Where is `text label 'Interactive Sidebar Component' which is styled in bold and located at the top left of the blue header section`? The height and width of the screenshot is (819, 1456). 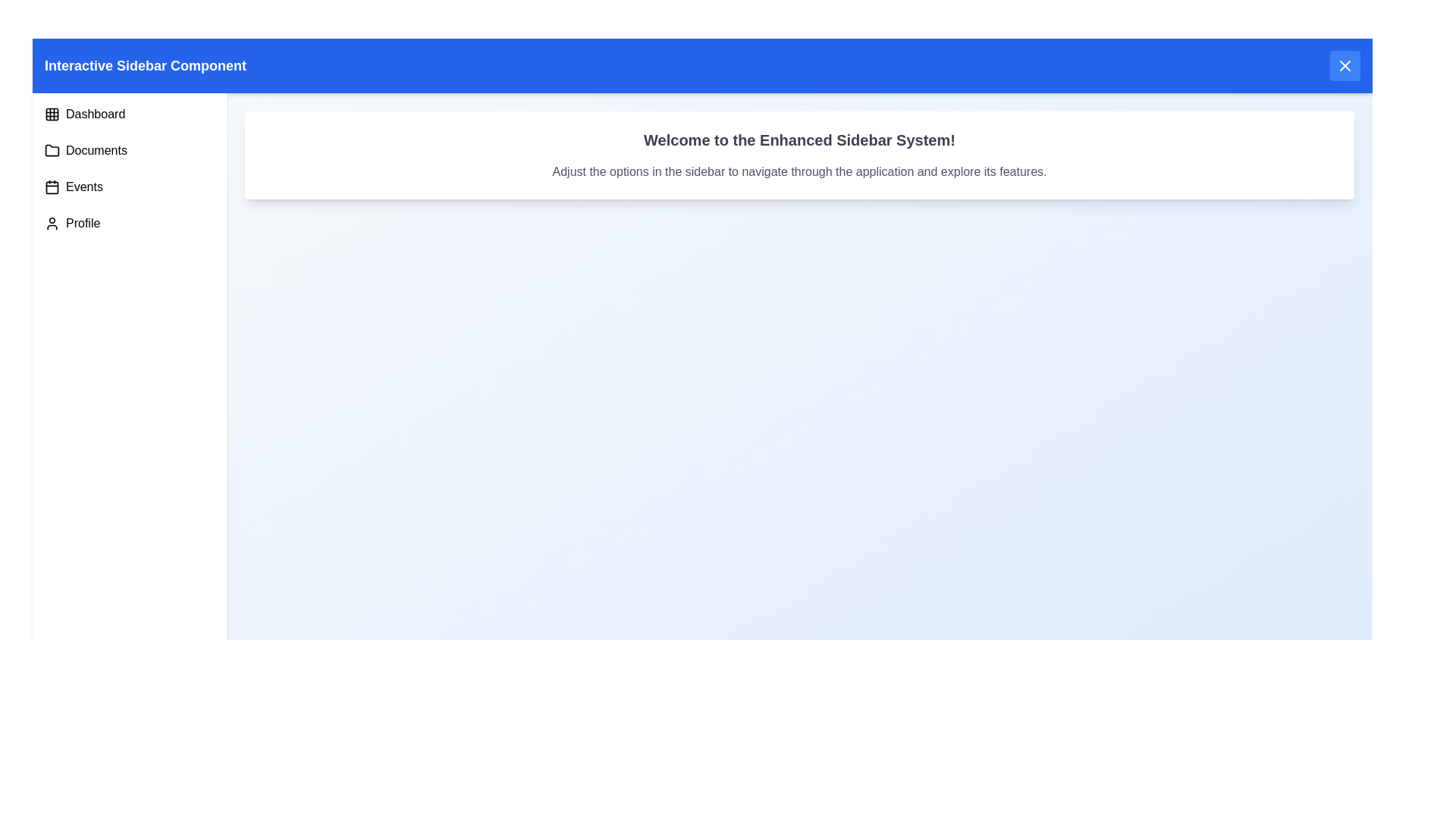 text label 'Interactive Sidebar Component' which is styled in bold and located at the top left of the blue header section is located at coordinates (146, 65).